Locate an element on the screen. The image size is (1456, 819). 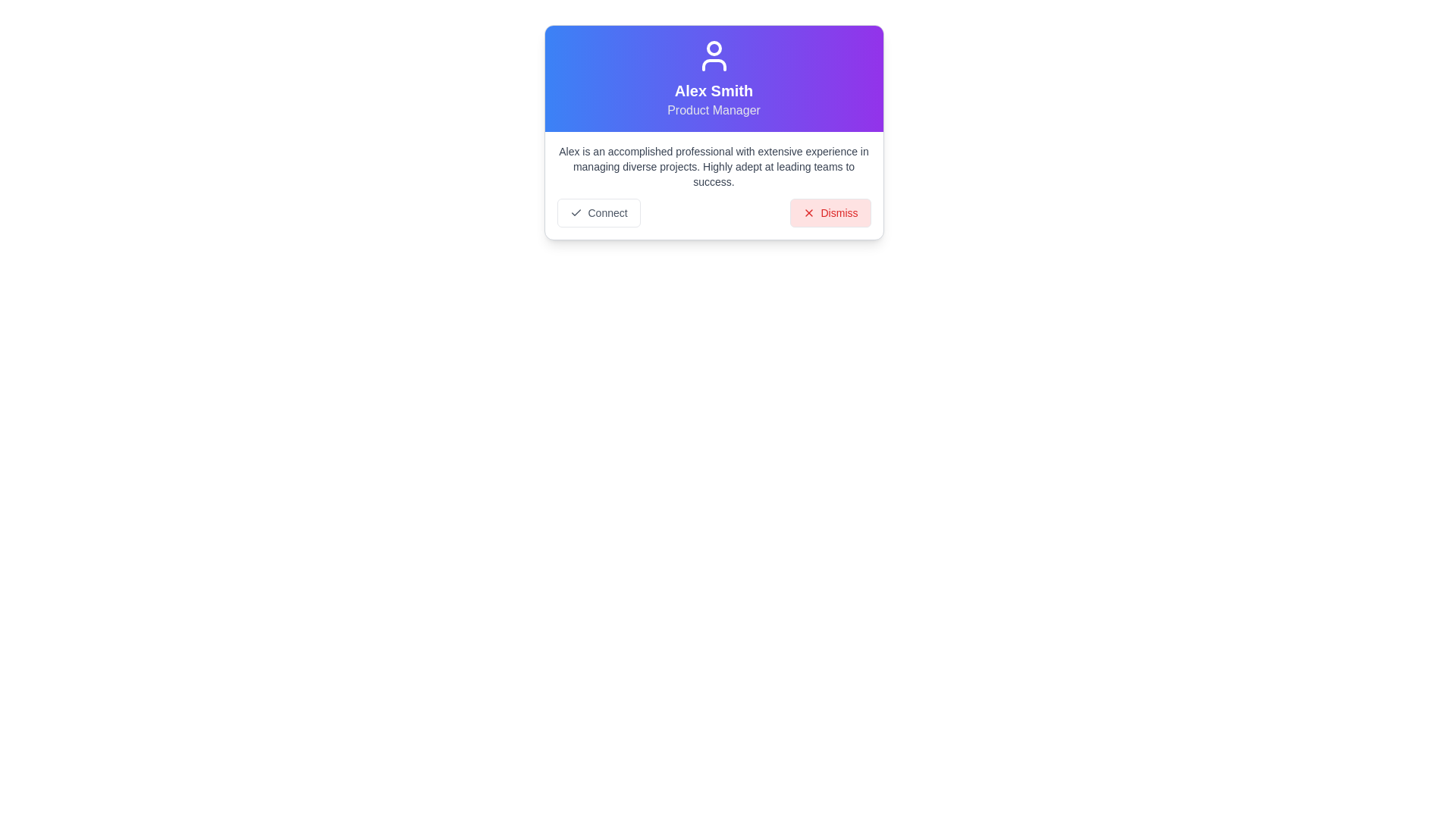
the 'Connect' button located in the lower-left corner of the card layout is located at coordinates (598, 213).